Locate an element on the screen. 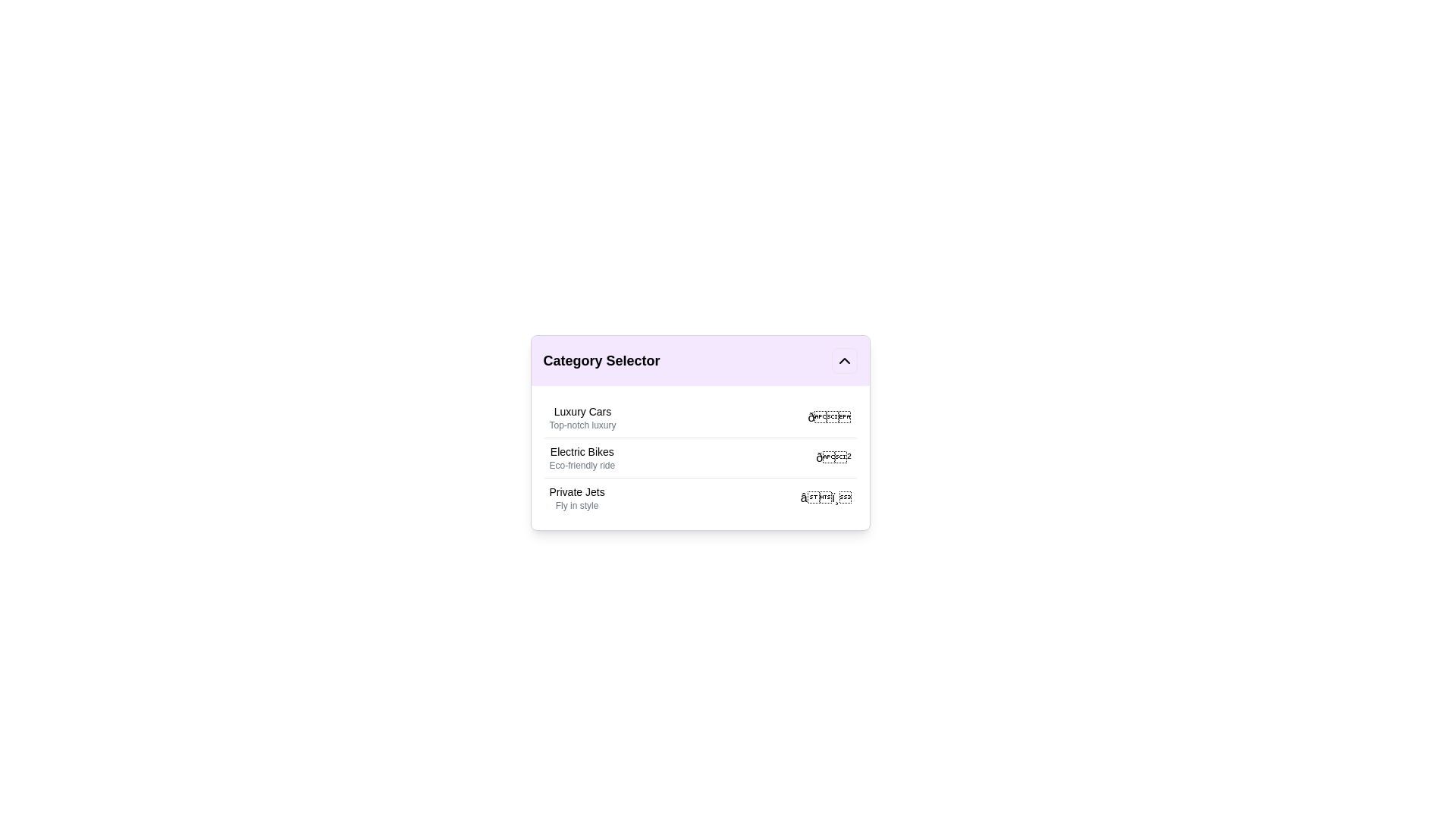 This screenshot has width=1456, height=819. the text label element reading 'Top-notch luxury', which is positioned below the 'Luxury Cars' title in the 'Category Selector' list is located at coordinates (582, 425).